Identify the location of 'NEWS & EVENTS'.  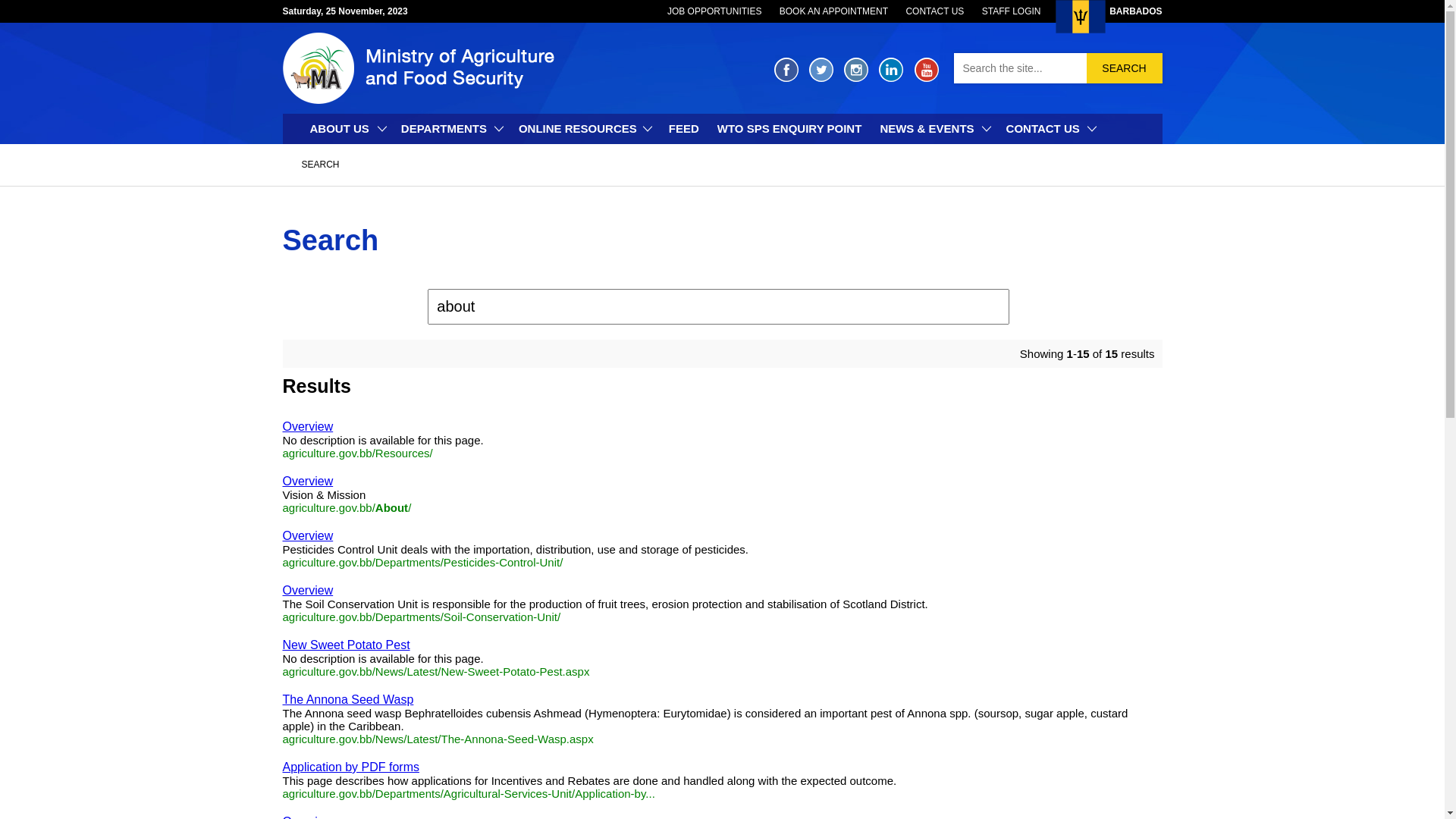
(932, 127).